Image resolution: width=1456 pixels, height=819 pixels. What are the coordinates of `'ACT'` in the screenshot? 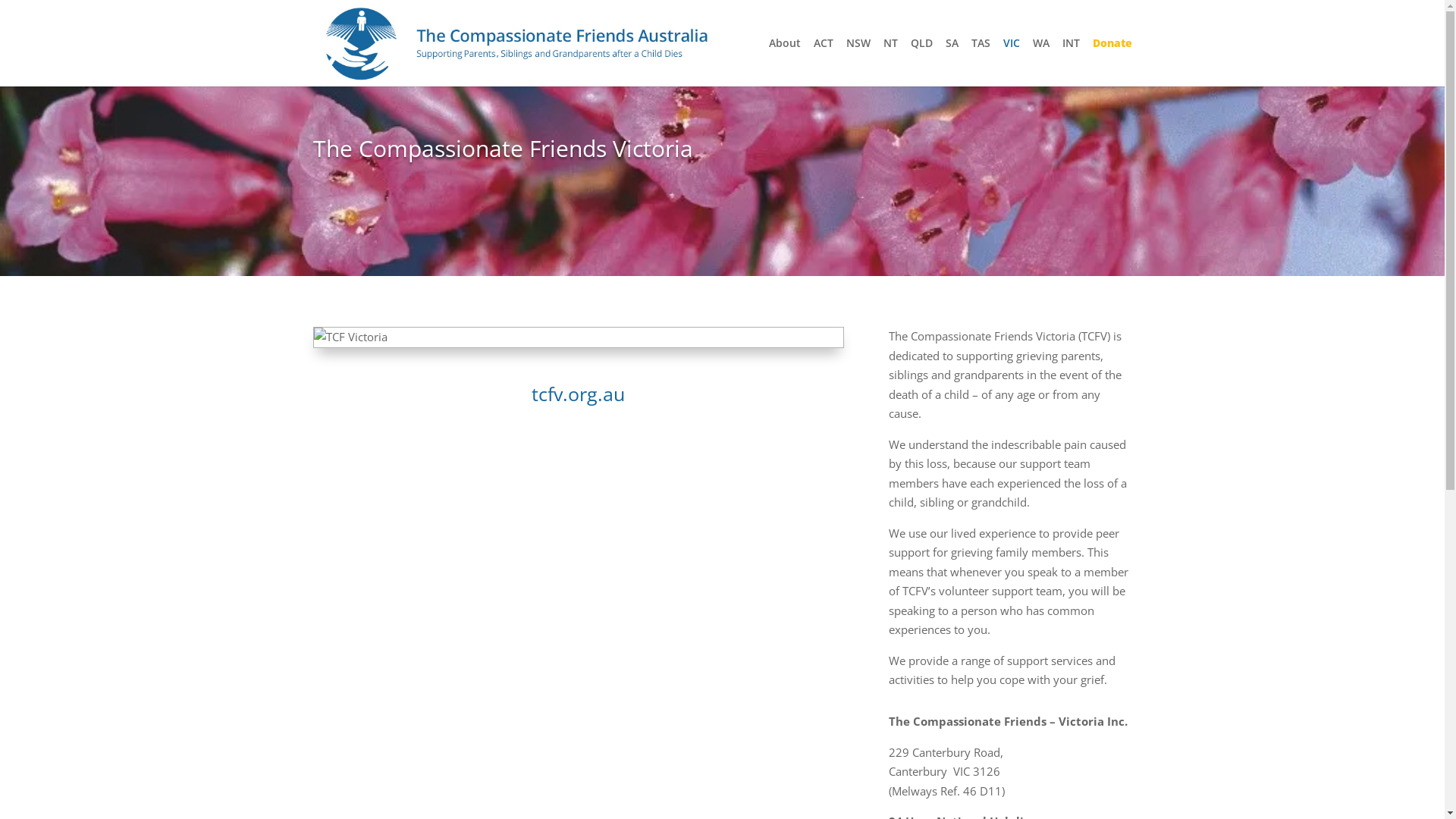 It's located at (811, 61).